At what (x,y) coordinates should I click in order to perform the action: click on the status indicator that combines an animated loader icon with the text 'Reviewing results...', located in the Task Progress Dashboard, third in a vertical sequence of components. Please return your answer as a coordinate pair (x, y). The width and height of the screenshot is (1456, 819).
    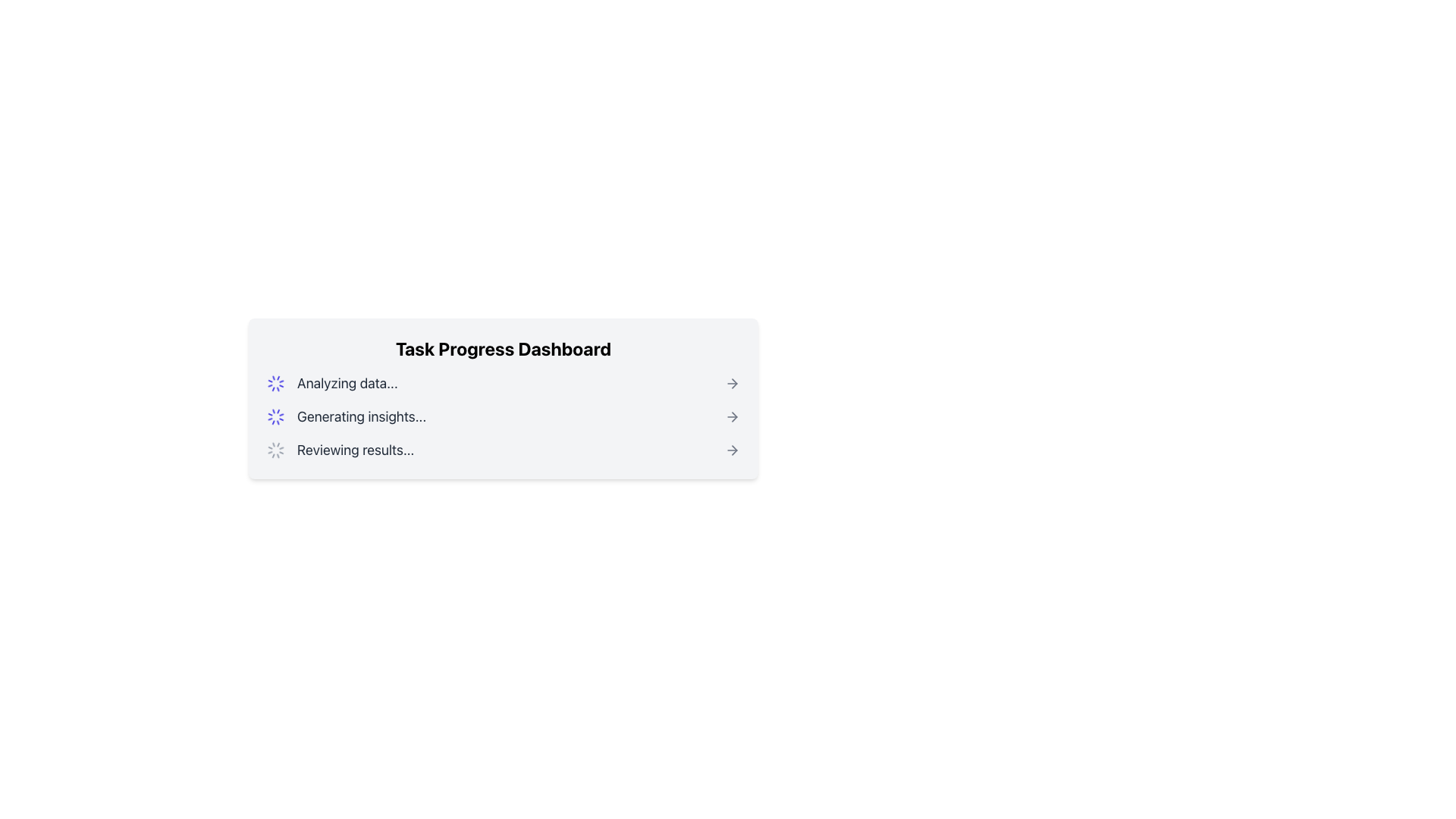
    Looking at the image, I should click on (340, 450).